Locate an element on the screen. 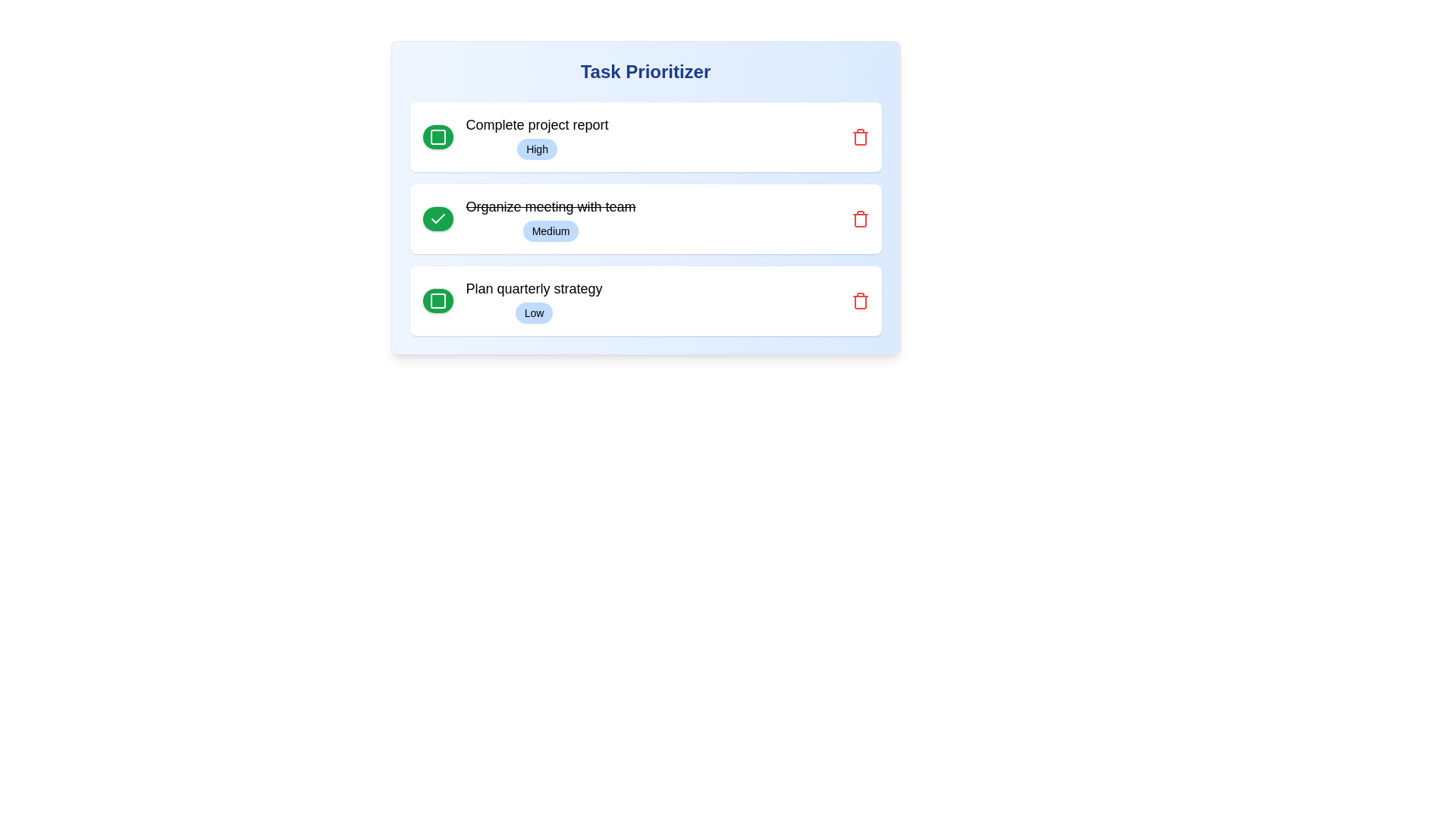 This screenshot has height=819, width=1456. the delete icon for the task 'Plan quarterly strategy' is located at coordinates (860, 301).